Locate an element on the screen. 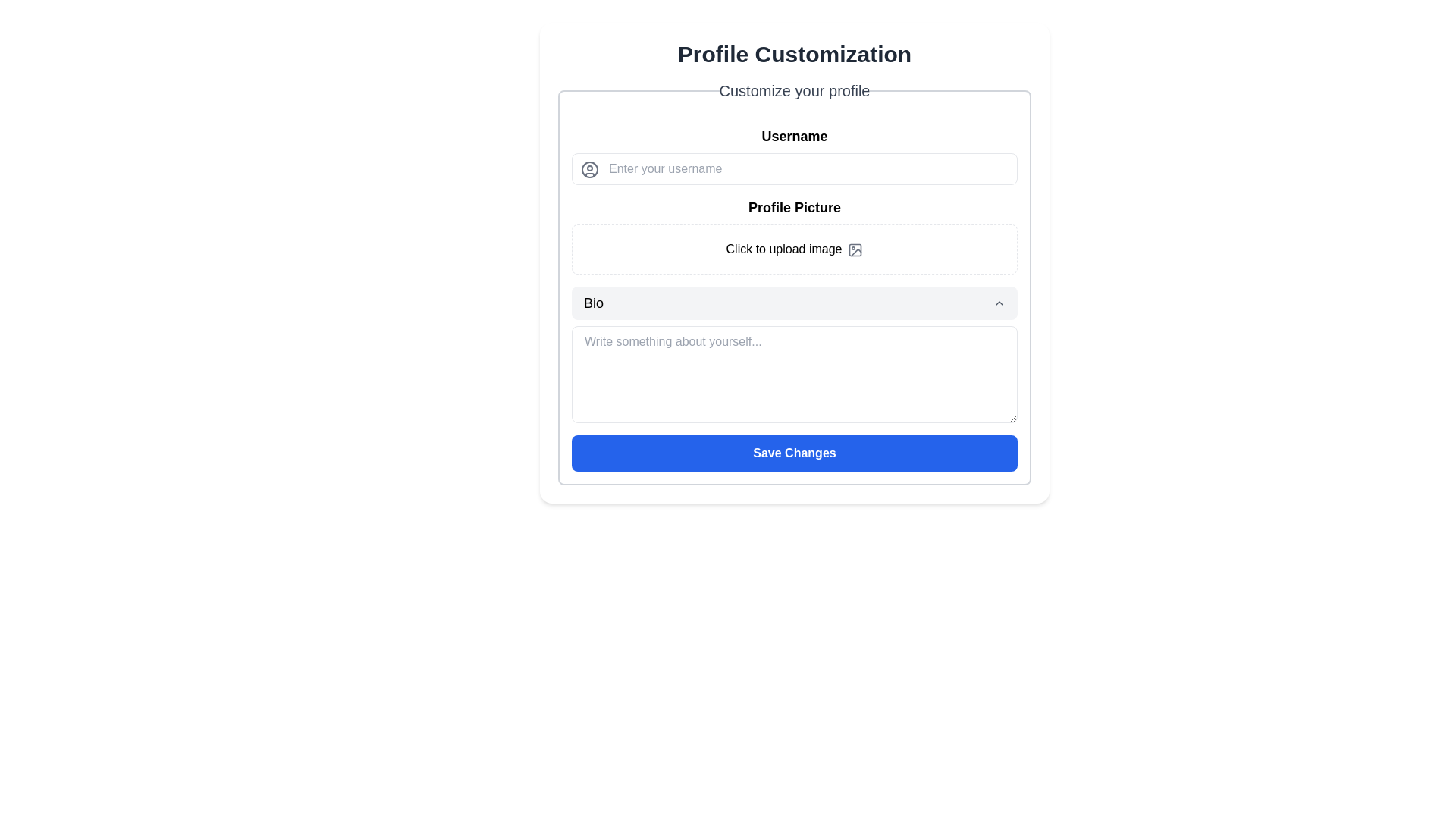  the circular user silhouette icon, which is light gray and located to the left of the 'Enter your username' input box at the top of the form is located at coordinates (588, 169).